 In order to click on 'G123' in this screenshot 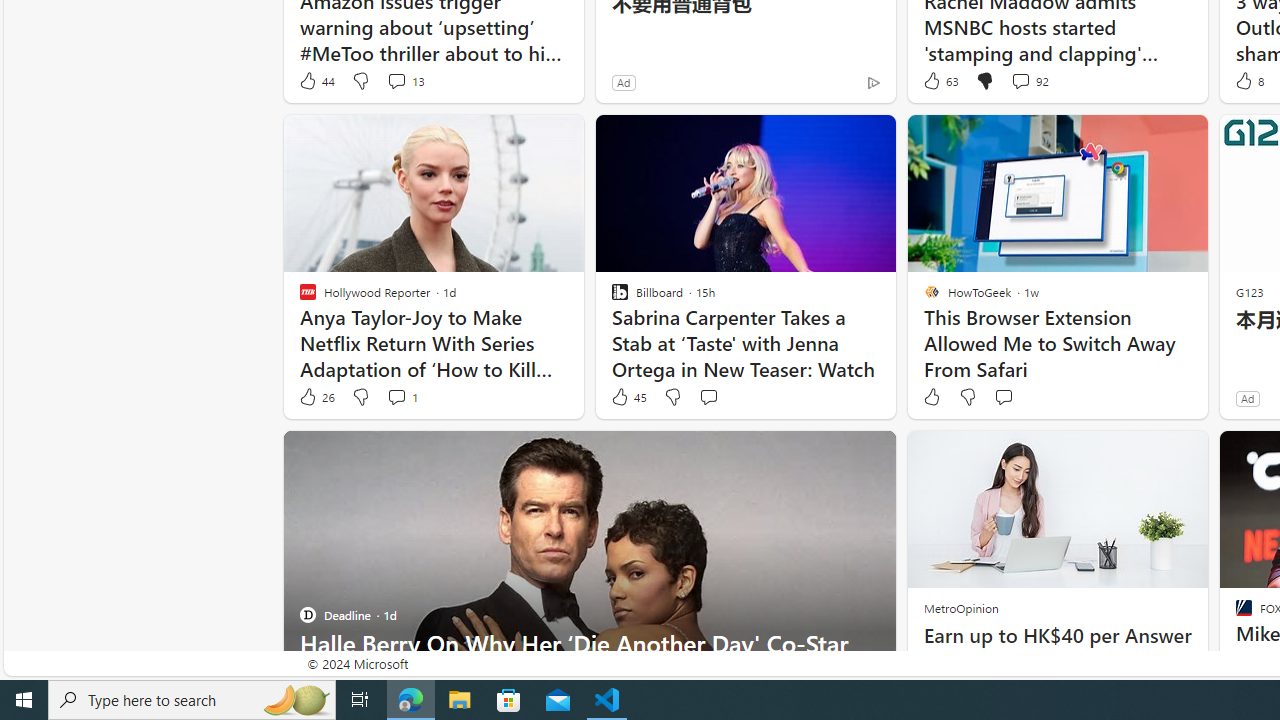, I will do `click(1248, 291)`.